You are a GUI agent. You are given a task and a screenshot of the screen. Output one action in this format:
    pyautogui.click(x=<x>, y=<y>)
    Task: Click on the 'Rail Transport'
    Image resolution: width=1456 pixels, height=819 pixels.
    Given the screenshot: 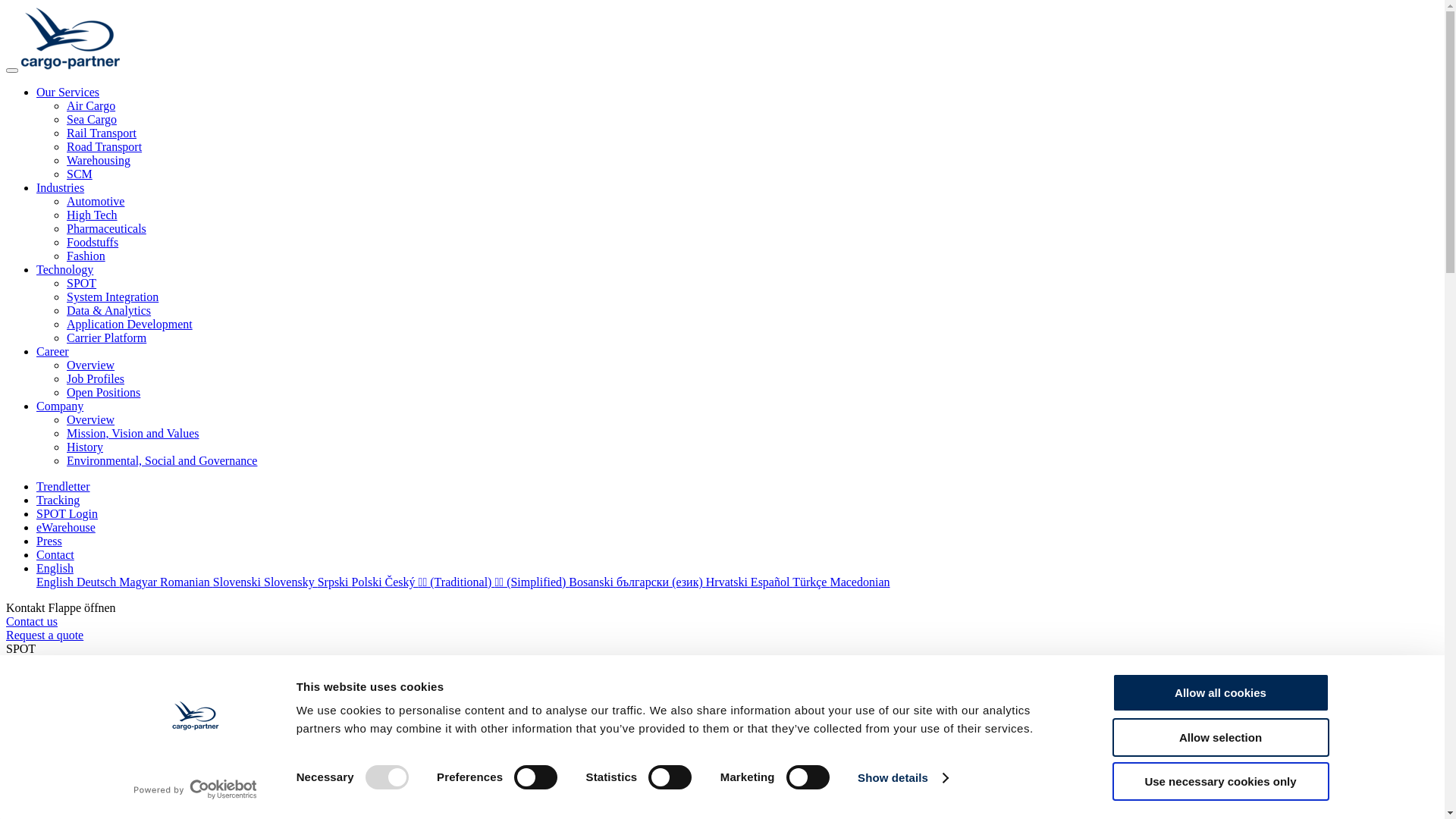 What is the action you would take?
    pyautogui.click(x=65, y=132)
    